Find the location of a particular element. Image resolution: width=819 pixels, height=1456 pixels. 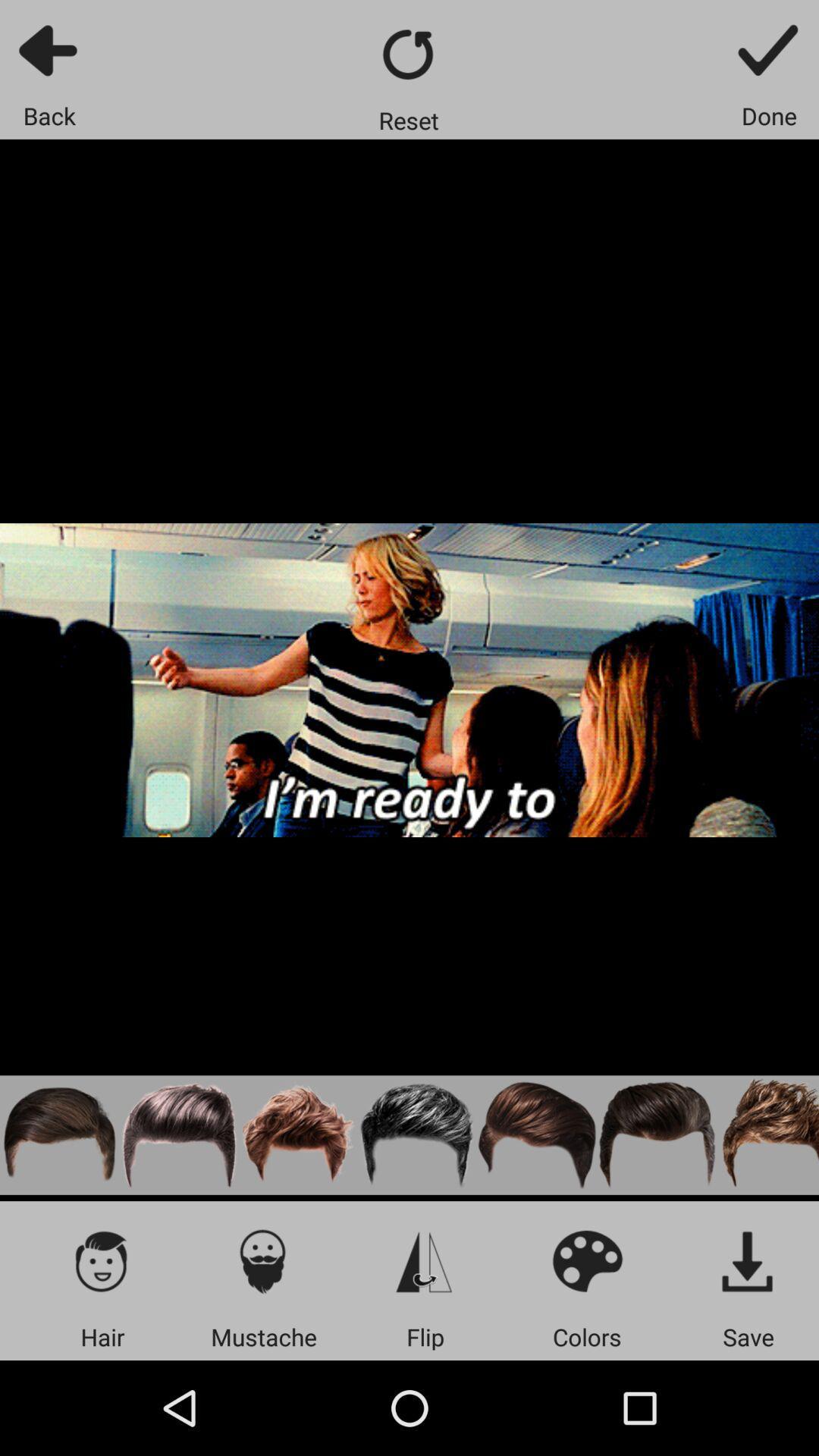

any one is located at coordinates (767, 1135).